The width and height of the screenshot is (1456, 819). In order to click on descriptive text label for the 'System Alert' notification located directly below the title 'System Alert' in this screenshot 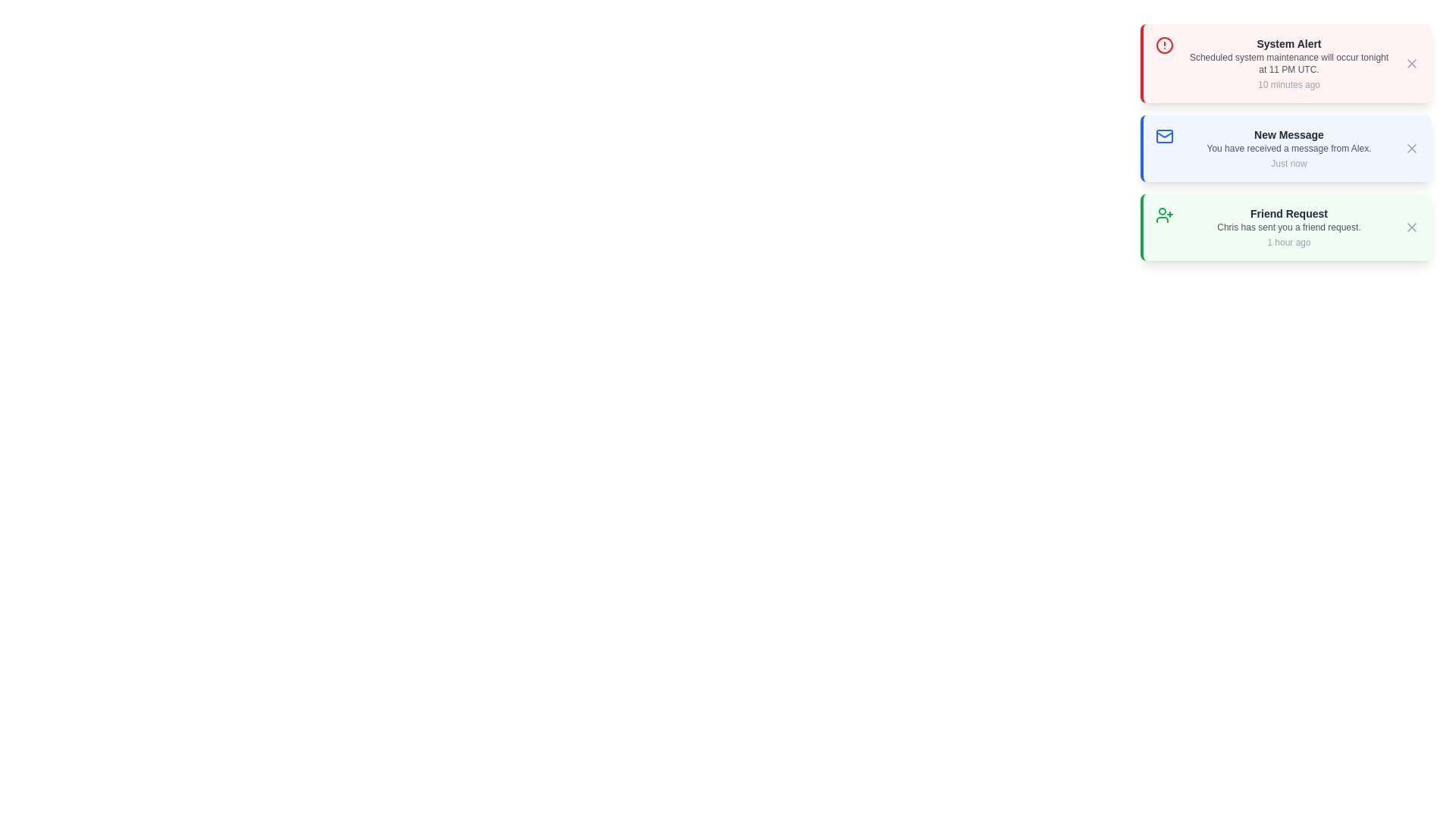, I will do `click(1288, 63)`.